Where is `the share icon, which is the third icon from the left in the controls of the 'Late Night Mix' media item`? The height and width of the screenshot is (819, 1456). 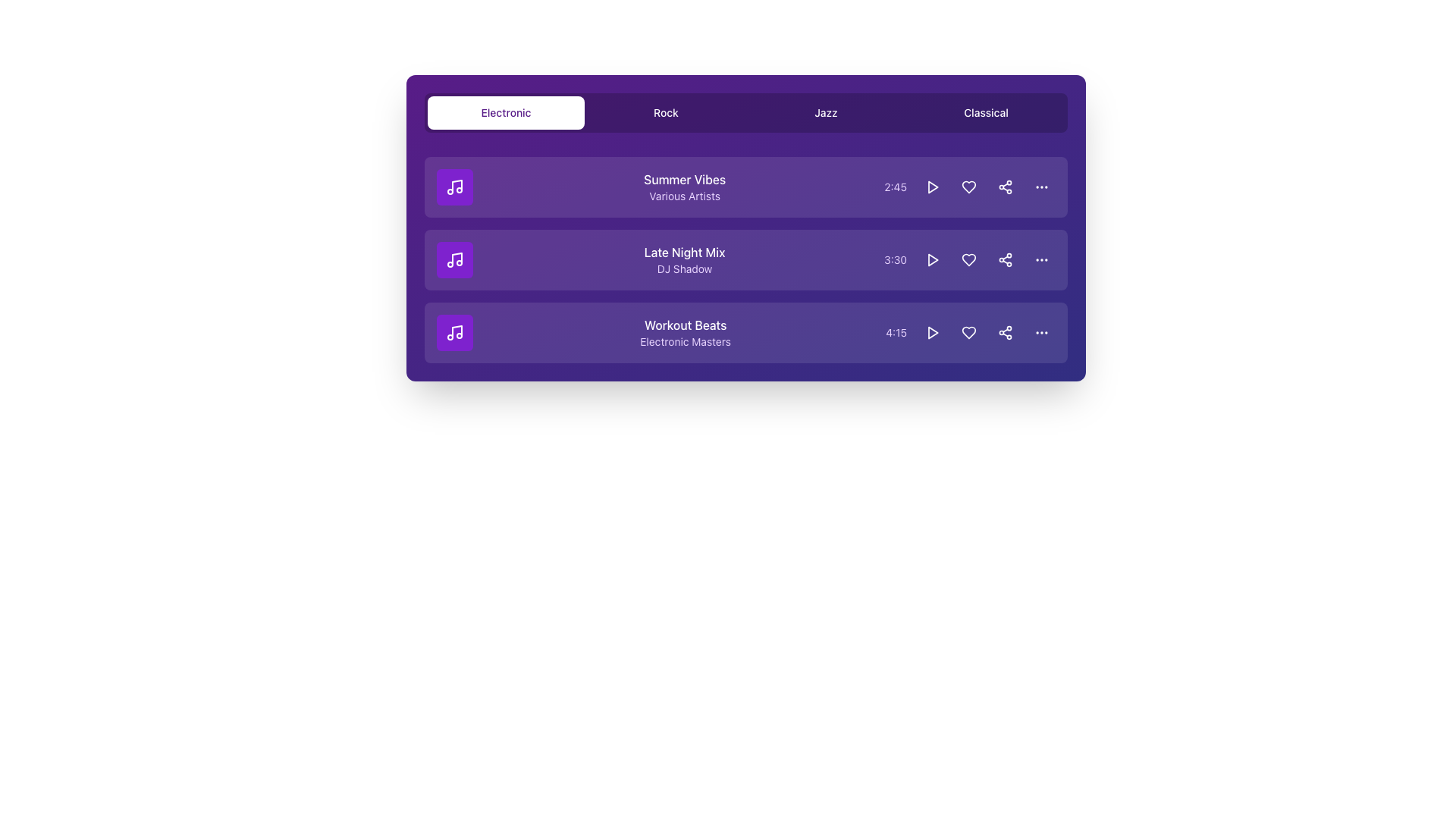 the share icon, which is the third icon from the left in the controls of the 'Late Night Mix' media item is located at coordinates (1005, 259).